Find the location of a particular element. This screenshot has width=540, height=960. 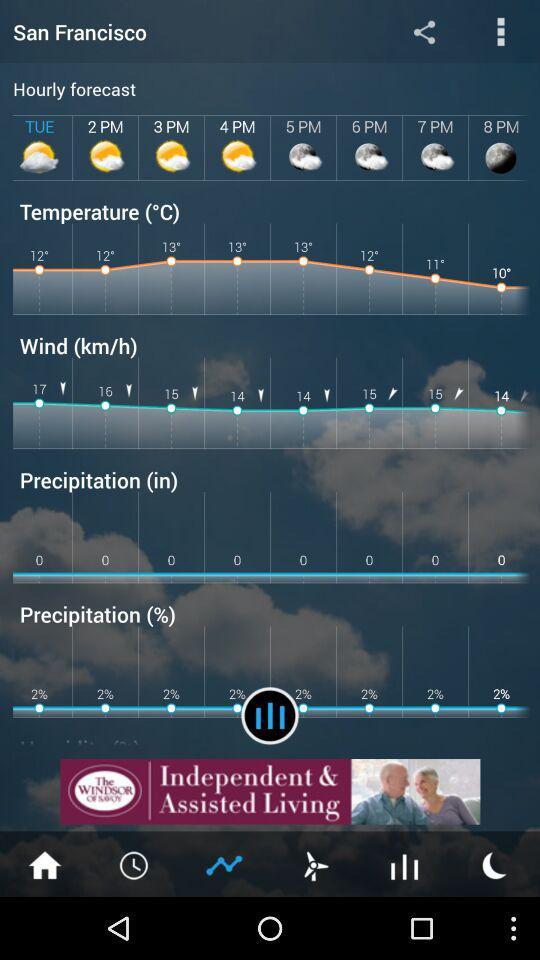

menu button is located at coordinates (135, 863).